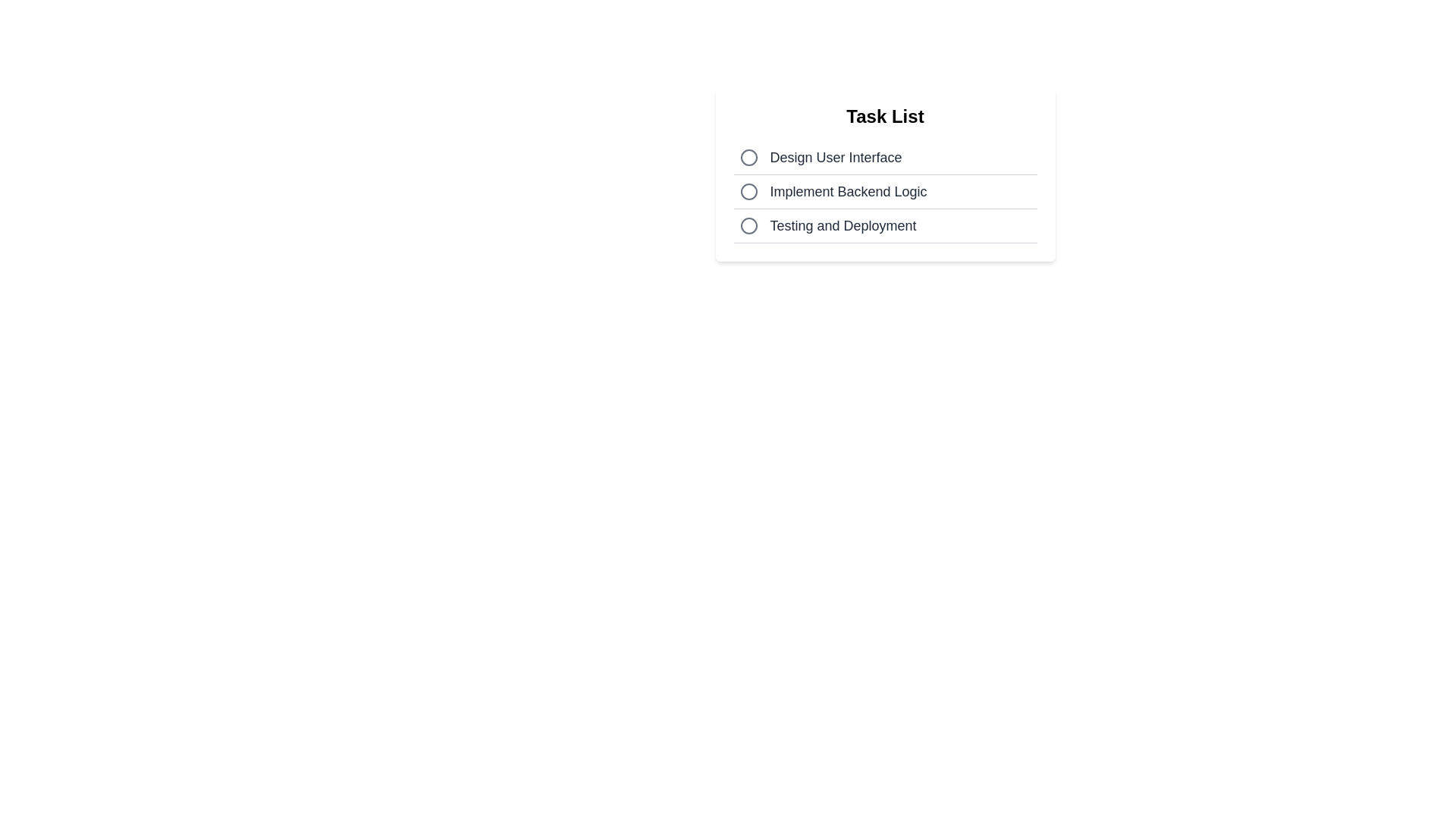 This screenshot has width=1456, height=819. I want to click on the toggle button of the Checkbox labeled 'Testing and Deployment', so click(885, 226).